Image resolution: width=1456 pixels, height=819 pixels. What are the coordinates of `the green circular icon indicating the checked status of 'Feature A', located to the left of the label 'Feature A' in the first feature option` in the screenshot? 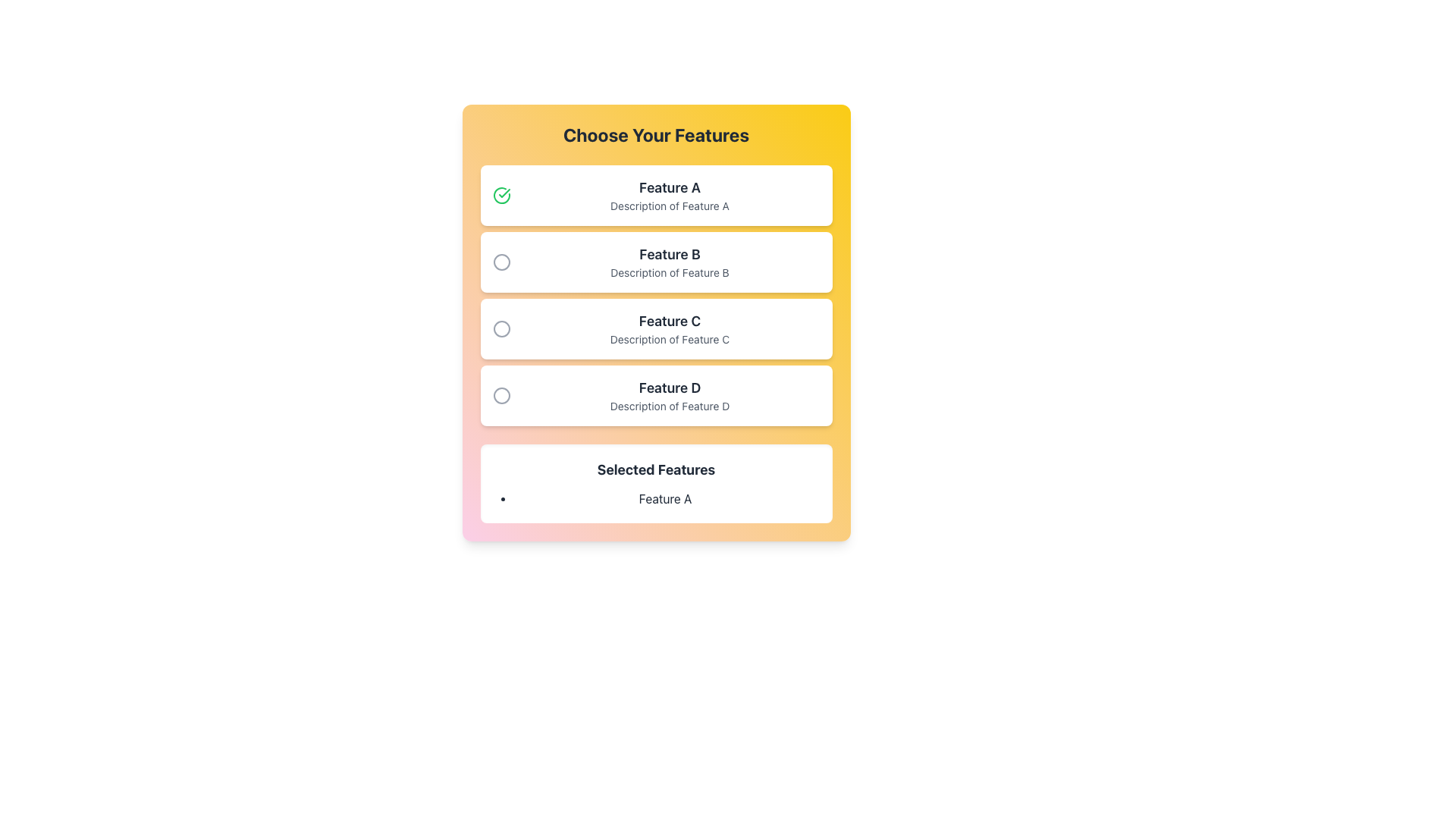 It's located at (504, 192).